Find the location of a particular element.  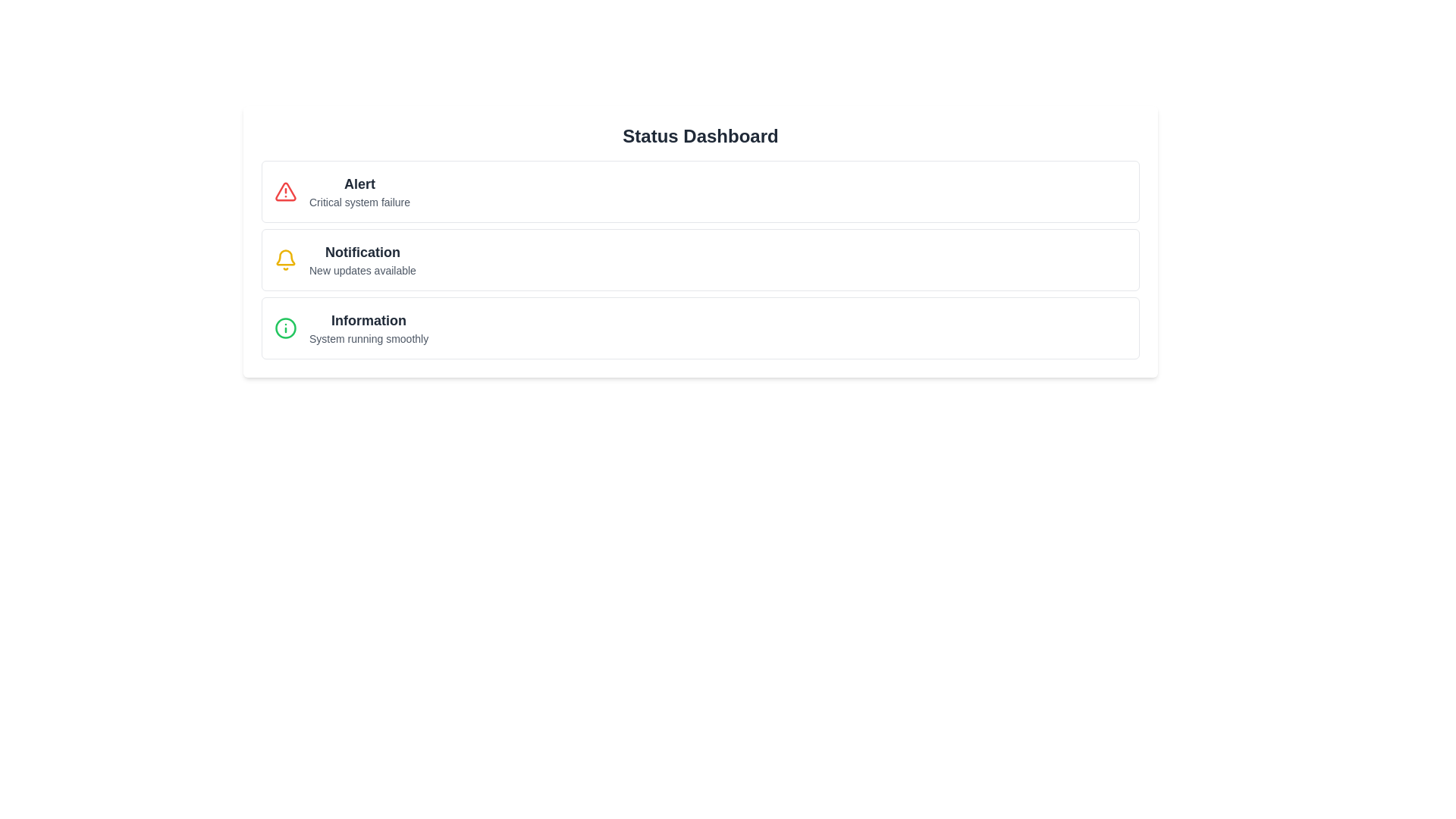

the icon located on the leftmost side of the 'Information' section, which serves as a visual indicator for notifications related to the text 'Information System running smoothly' is located at coordinates (286, 327).